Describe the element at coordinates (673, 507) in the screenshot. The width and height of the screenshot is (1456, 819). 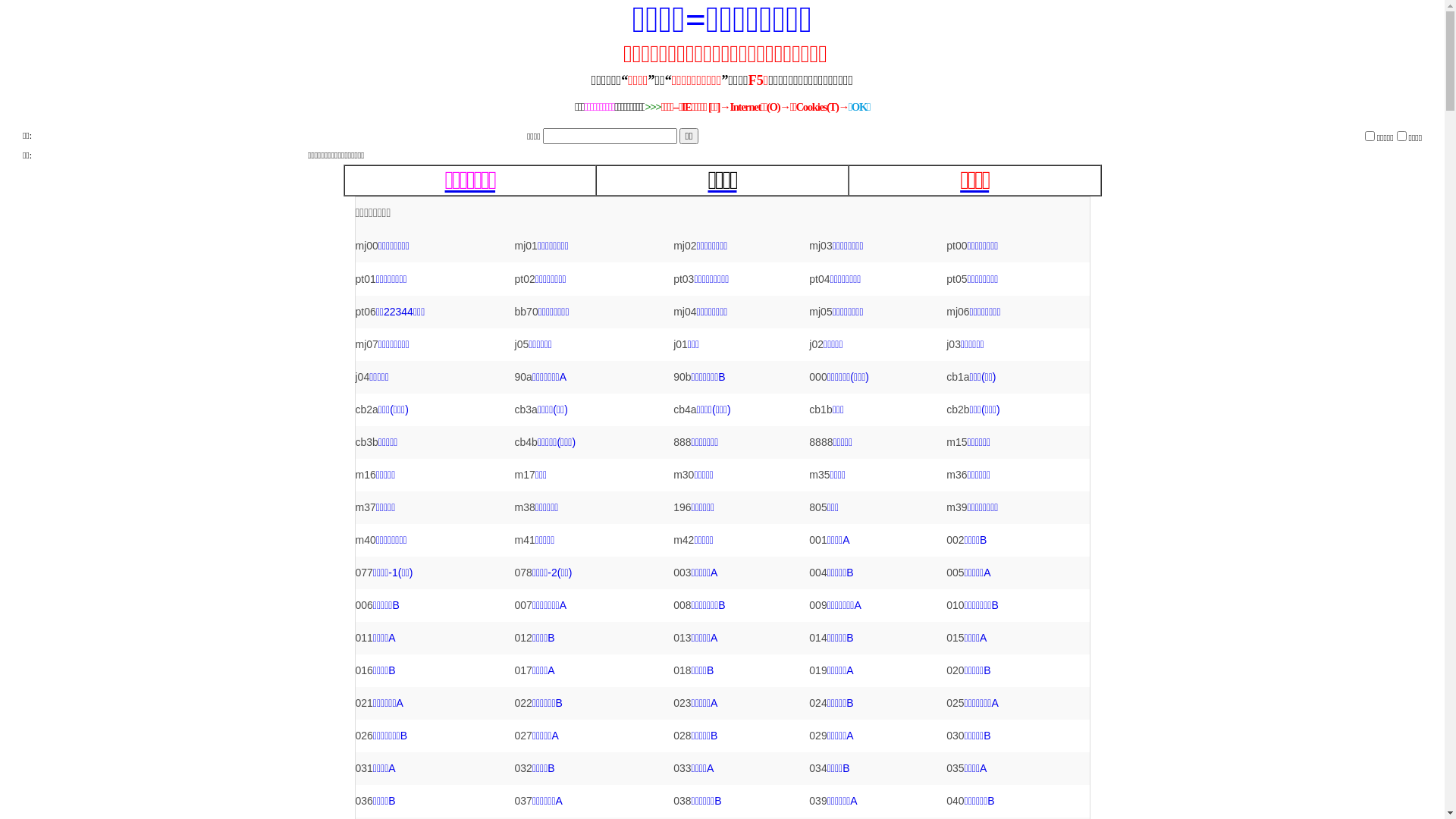
I see `'196'` at that location.